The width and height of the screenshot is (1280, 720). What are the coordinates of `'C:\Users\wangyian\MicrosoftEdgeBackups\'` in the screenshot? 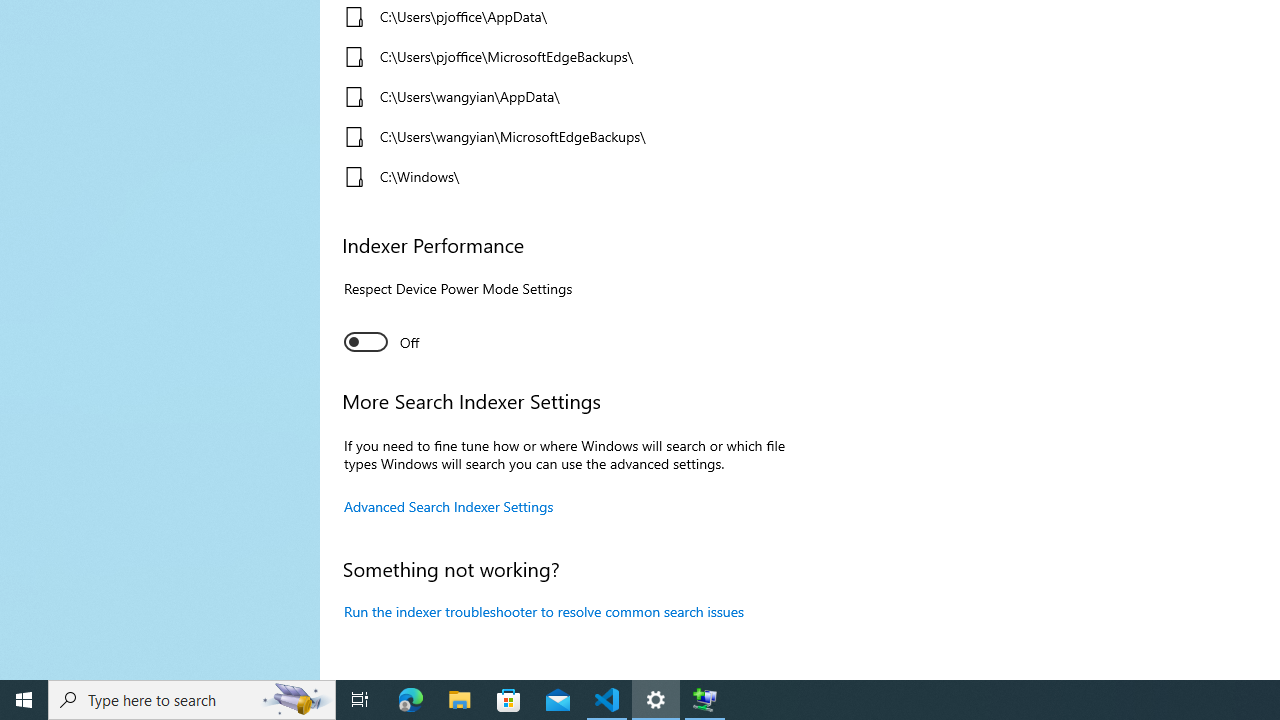 It's located at (562, 135).